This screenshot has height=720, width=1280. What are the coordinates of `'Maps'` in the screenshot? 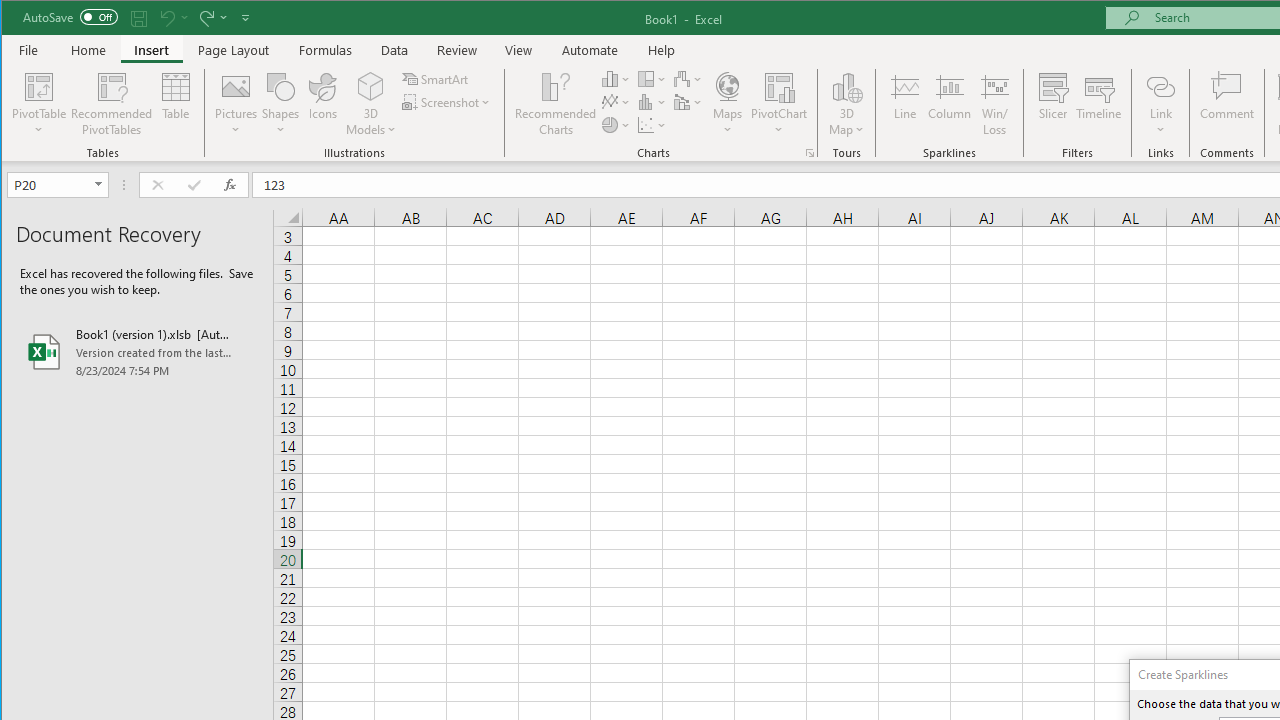 It's located at (726, 104).